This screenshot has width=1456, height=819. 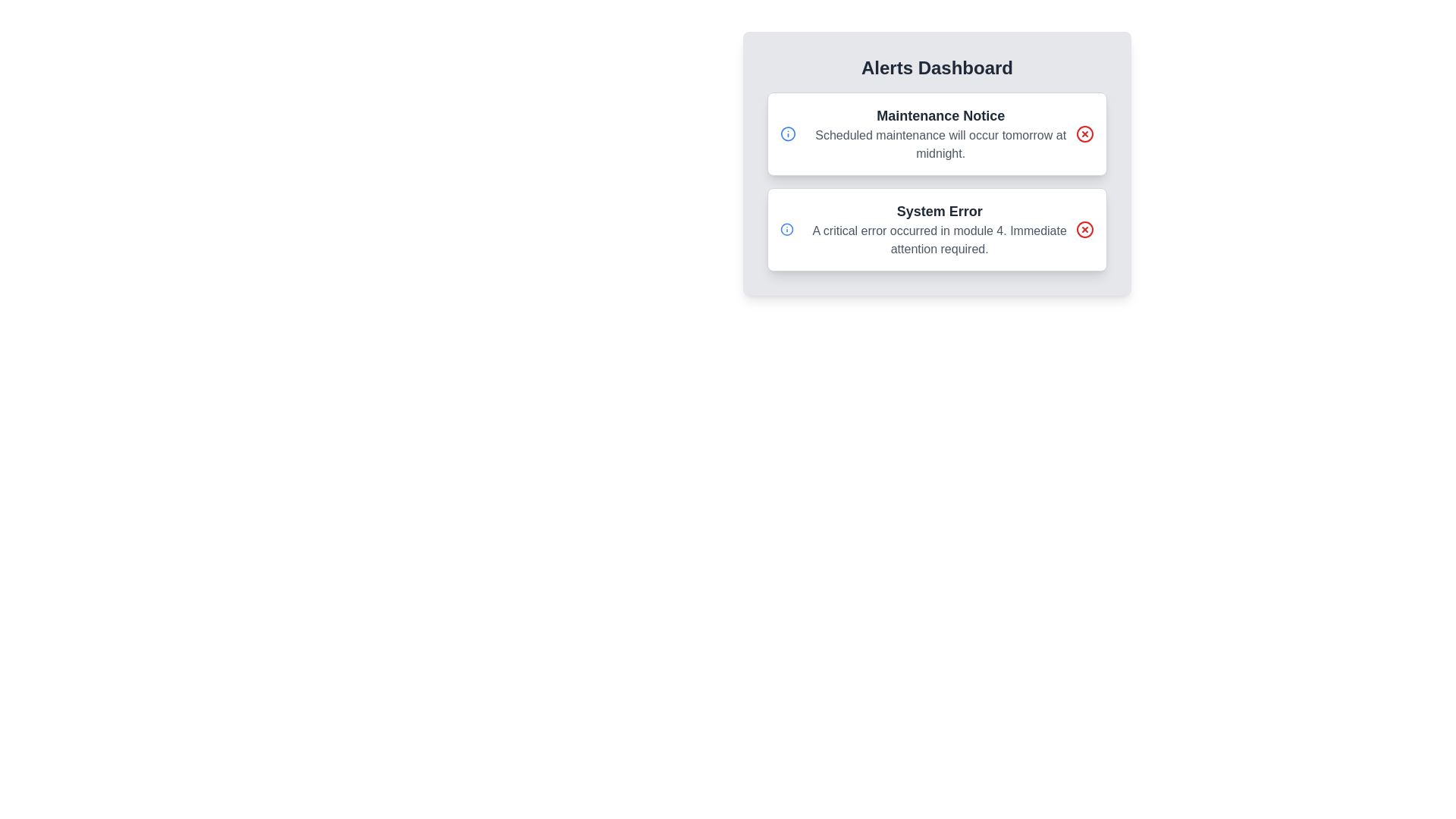 What do you see at coordinates (939, 211) in the screenshot?
I see `the title Text Label of the alert card located in the 'Alerts Dashboard' section, which provides a summary of the issue described below it` at bounding box center [939, 211].